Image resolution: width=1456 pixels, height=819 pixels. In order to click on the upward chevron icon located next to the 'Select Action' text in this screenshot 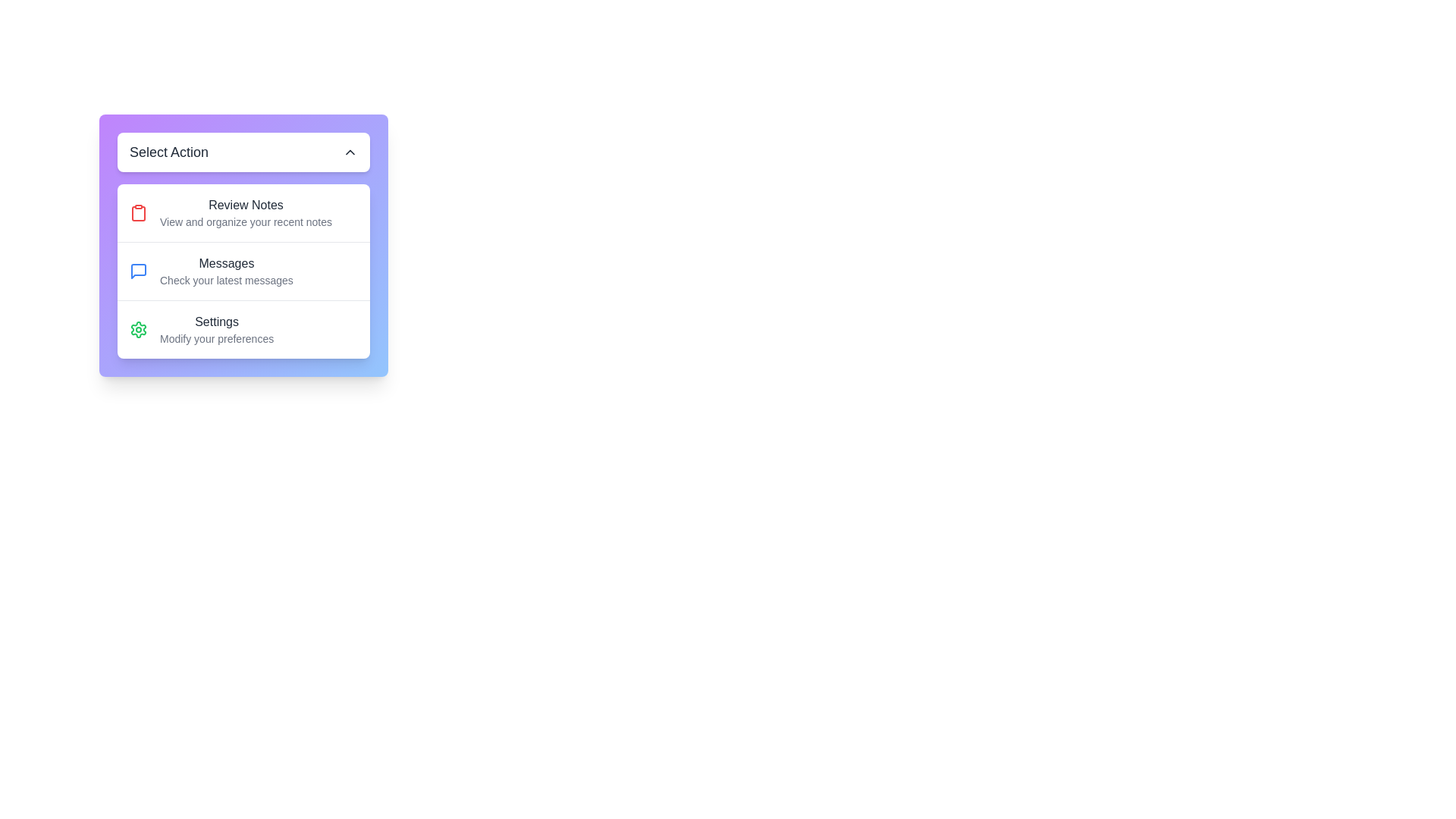, I will do `click(349, 152)`.